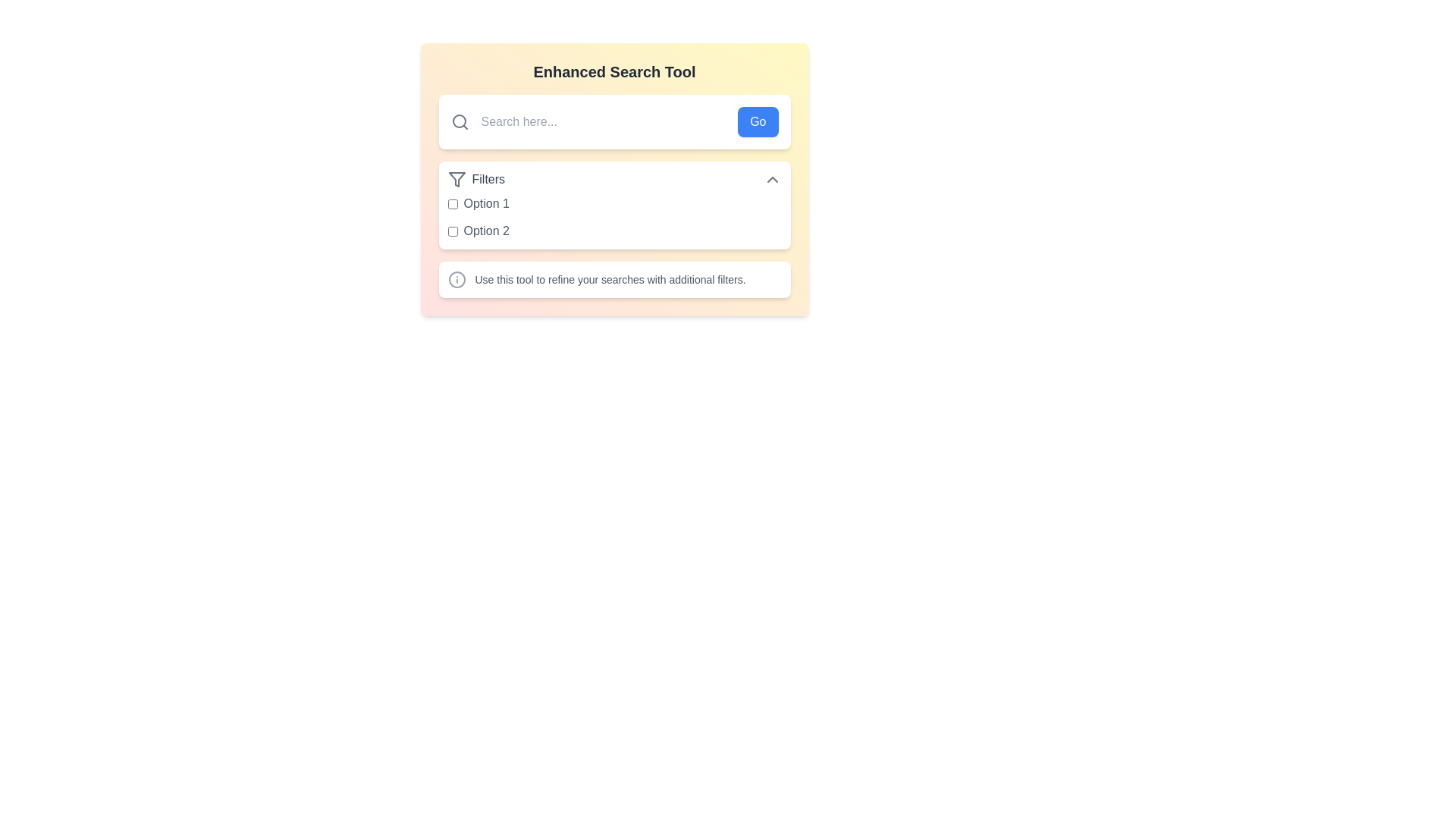 The height and width of the screenshot is (819, 1456). Describe the element at coordinates (614, 217) in the screenshot. I see `the checkbox group labeled 'Option 1' and 'Option 2' for keyboard interaction` at that location.